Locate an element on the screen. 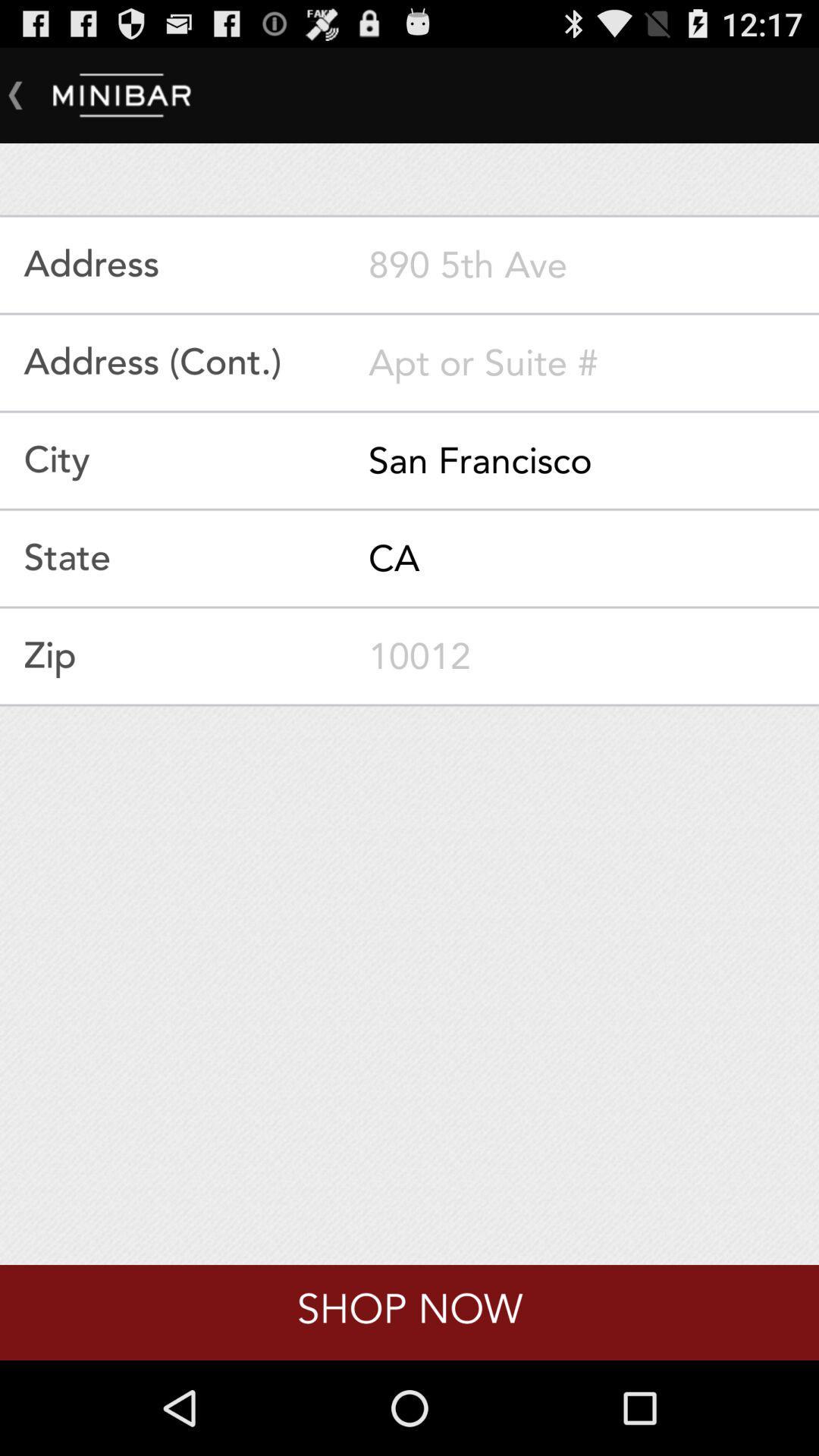  the address is located at coordinates (593, 265).